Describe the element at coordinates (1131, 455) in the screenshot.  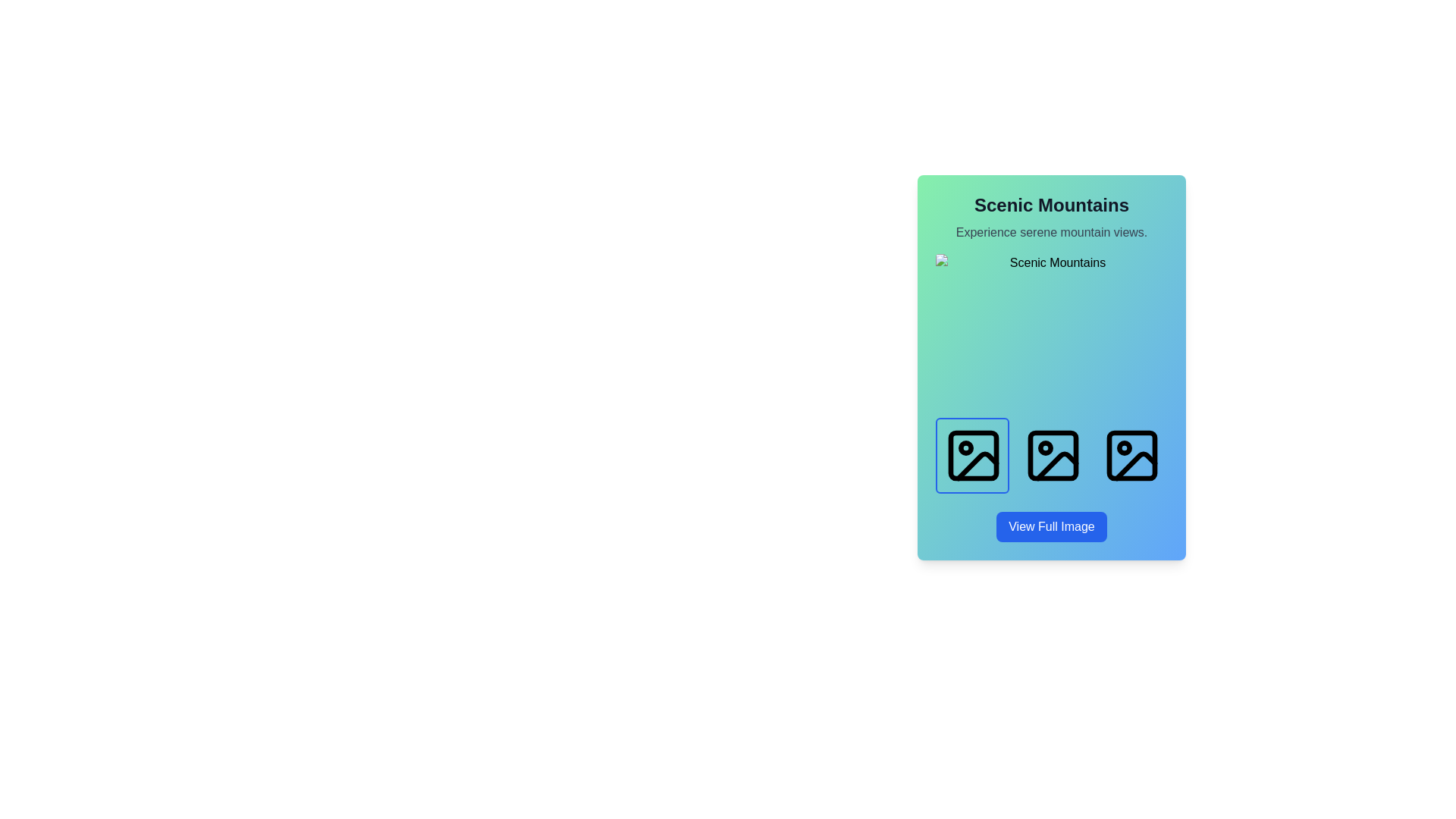
I see `the interactive icon positioned at the far-right among a group of three icons in a horizontal layout` at that location.